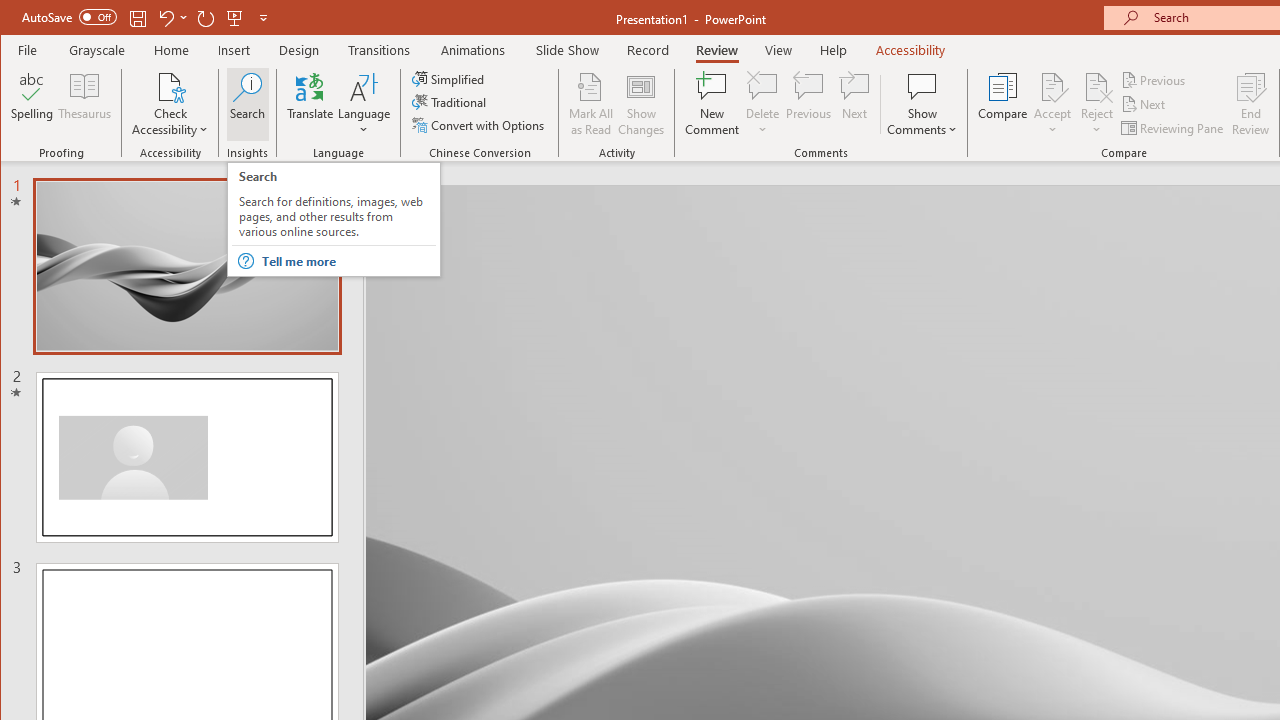  What do you see at coordinates (761, 85) in the screenshot?
I see `'Delete'` at bounding box center [761, 85].